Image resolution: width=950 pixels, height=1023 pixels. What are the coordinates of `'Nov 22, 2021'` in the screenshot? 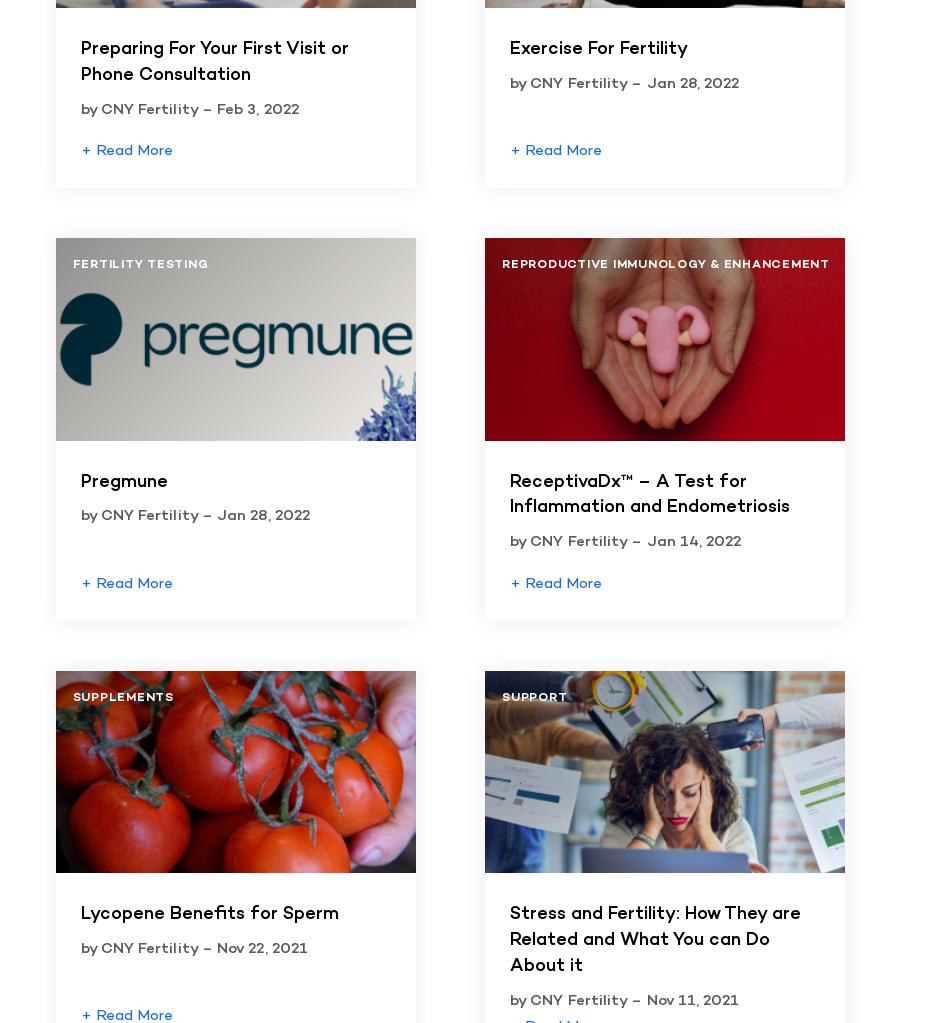 It's located at (261, 948).